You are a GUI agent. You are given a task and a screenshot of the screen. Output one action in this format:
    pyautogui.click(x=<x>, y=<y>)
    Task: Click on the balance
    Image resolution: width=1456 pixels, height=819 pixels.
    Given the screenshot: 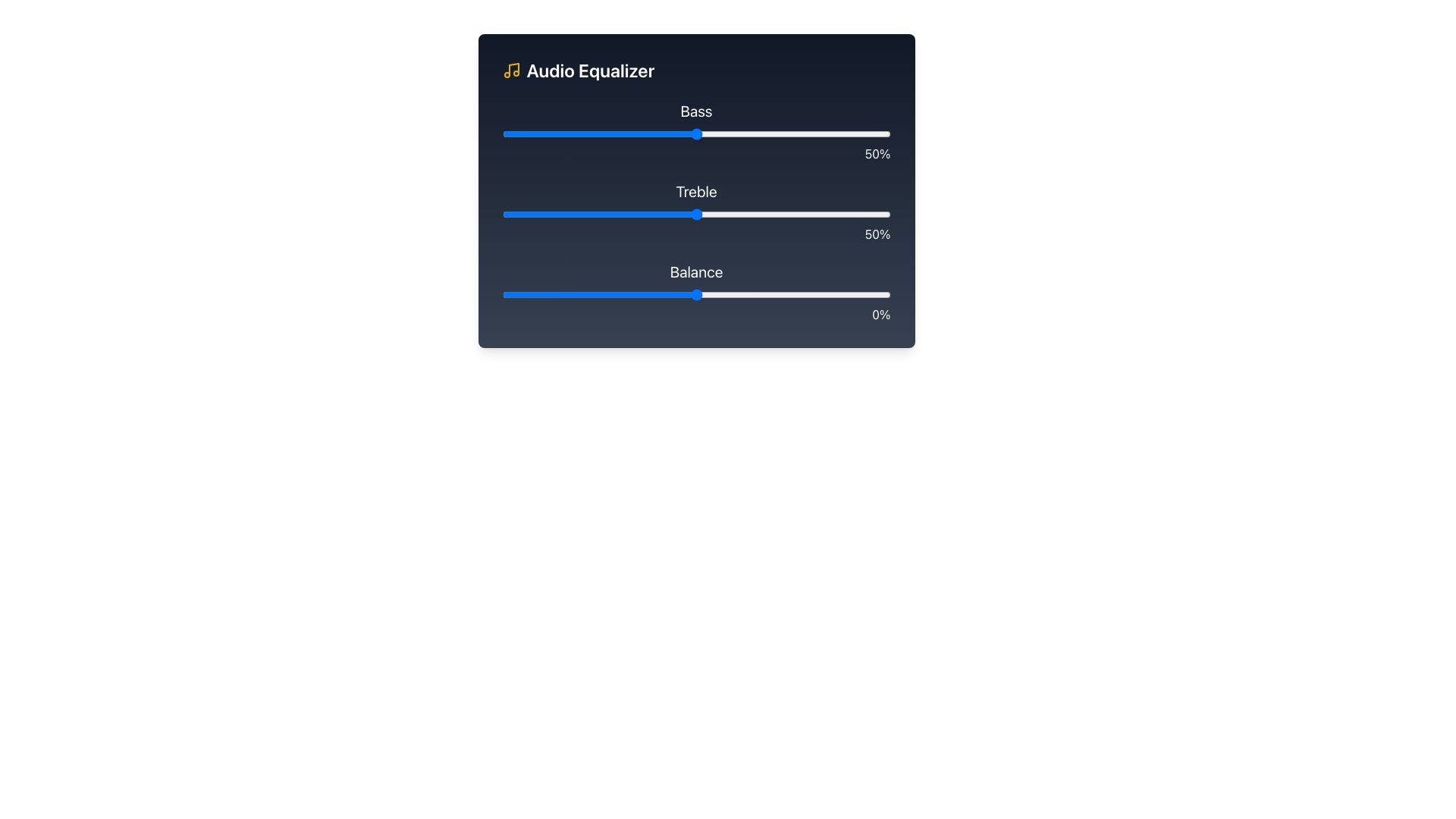 What is the action you would take?
    pyautogui.click(x=602, y=295)
    